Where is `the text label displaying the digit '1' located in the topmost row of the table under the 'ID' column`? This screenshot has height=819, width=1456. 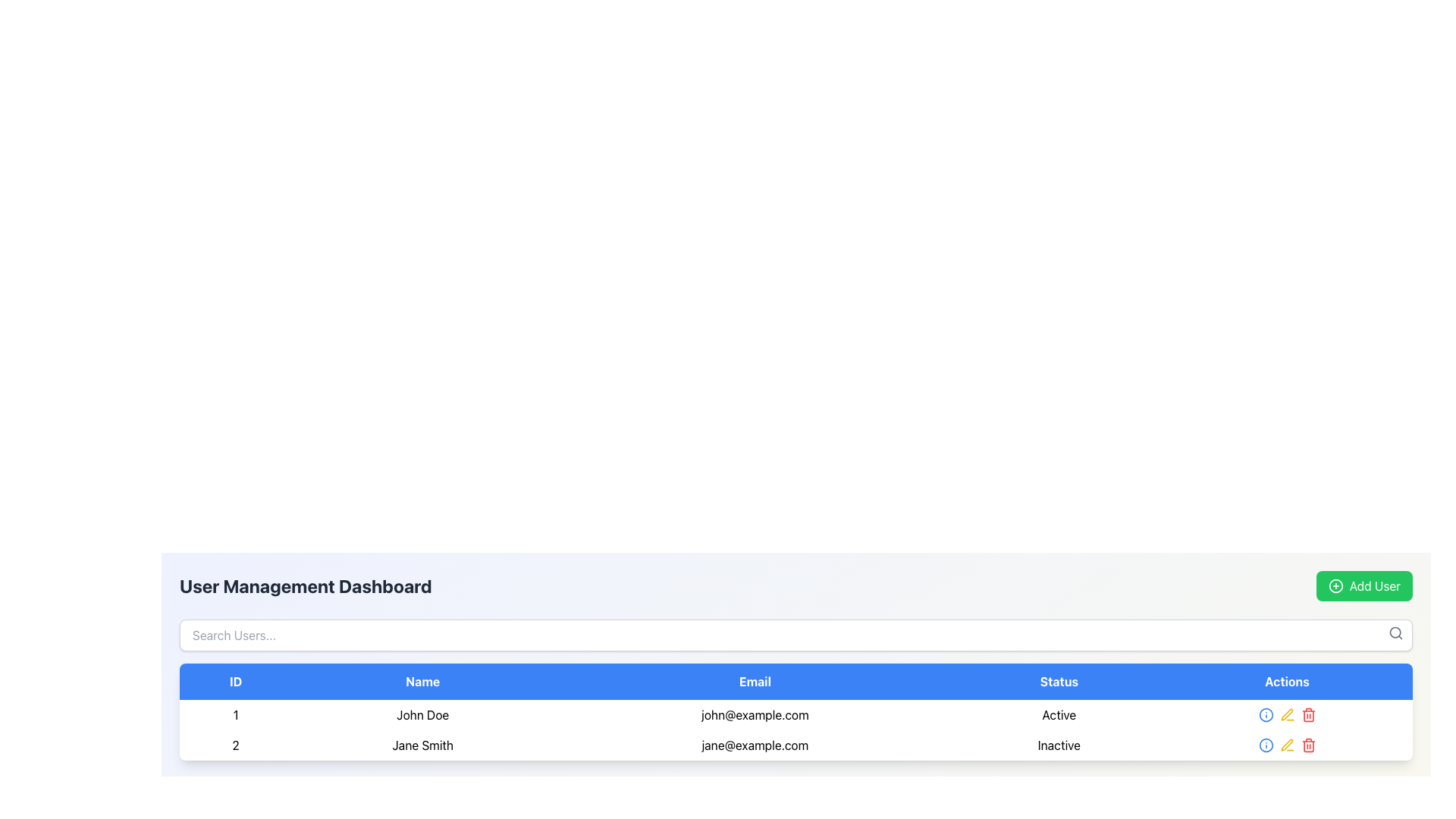 the text label displaying the digit '1' located in the topmost row of the table under the 'ID' column is located at coordinates (235, 714).